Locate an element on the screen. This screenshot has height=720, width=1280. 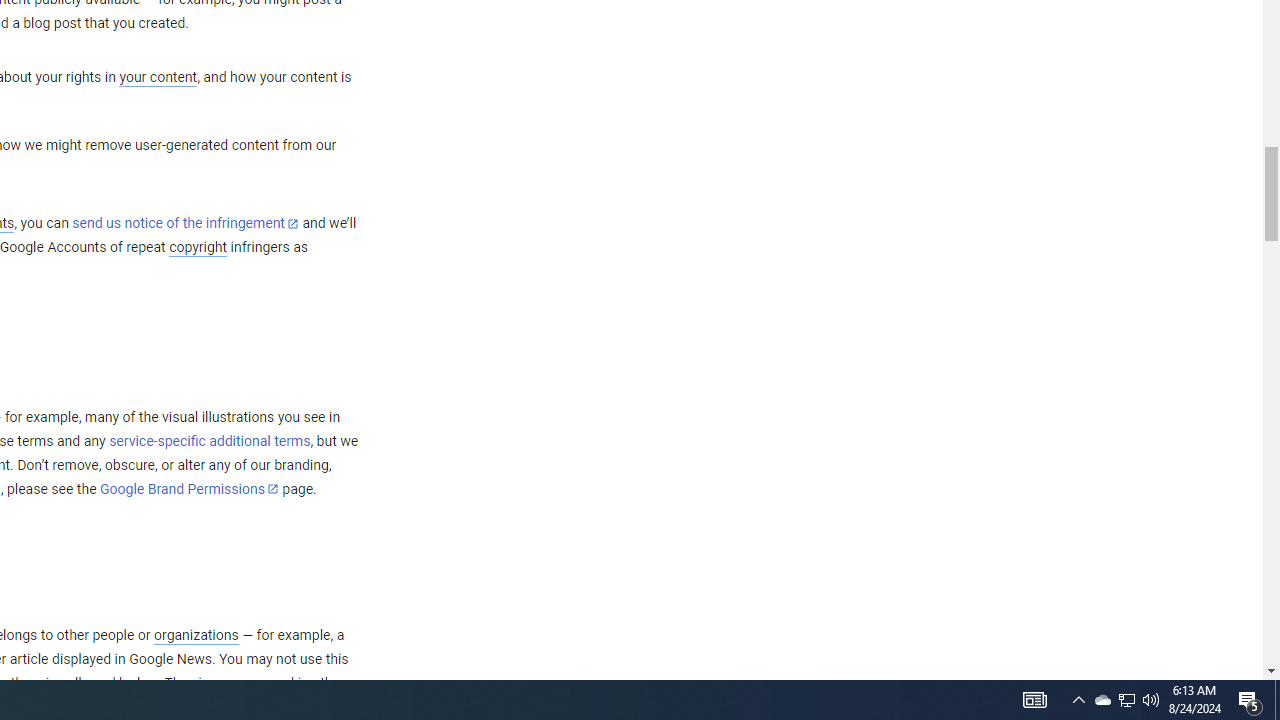
'organizations' is located at coordinates (196, 635).